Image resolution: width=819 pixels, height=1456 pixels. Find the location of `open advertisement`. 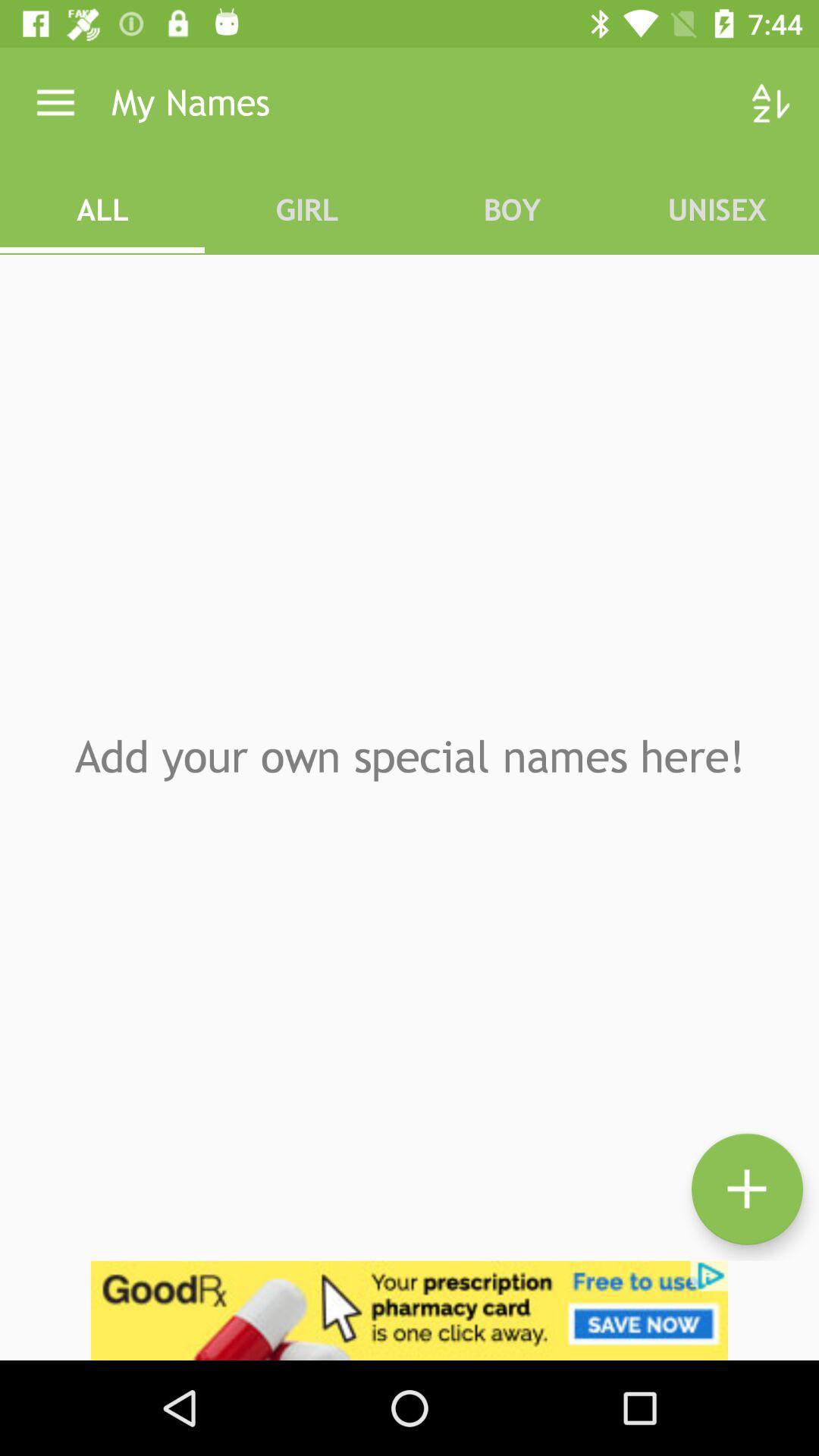

open advertisement is located at coordinates (409, 1310).